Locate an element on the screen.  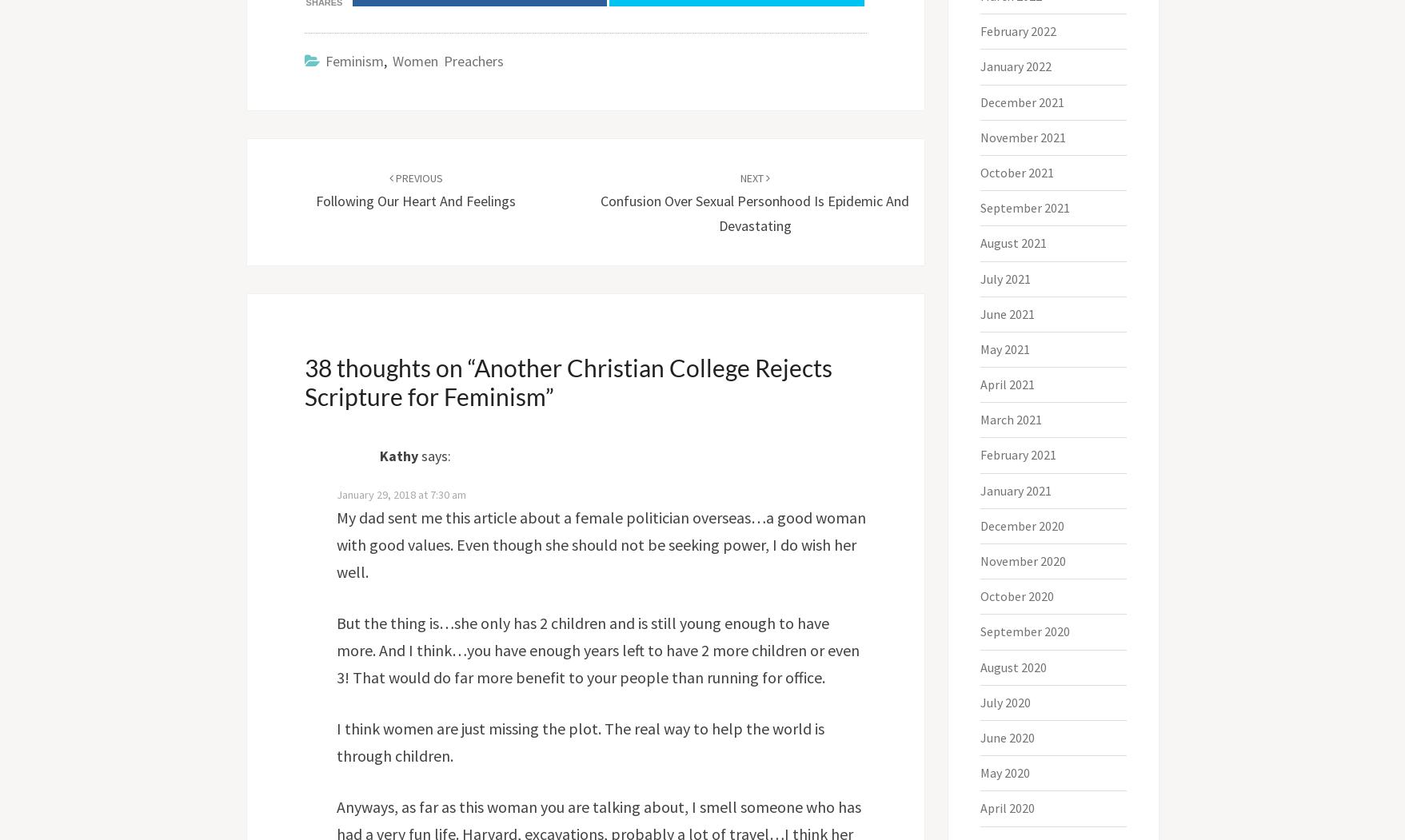
'August 2021' is located at coordinates (1013, 241).